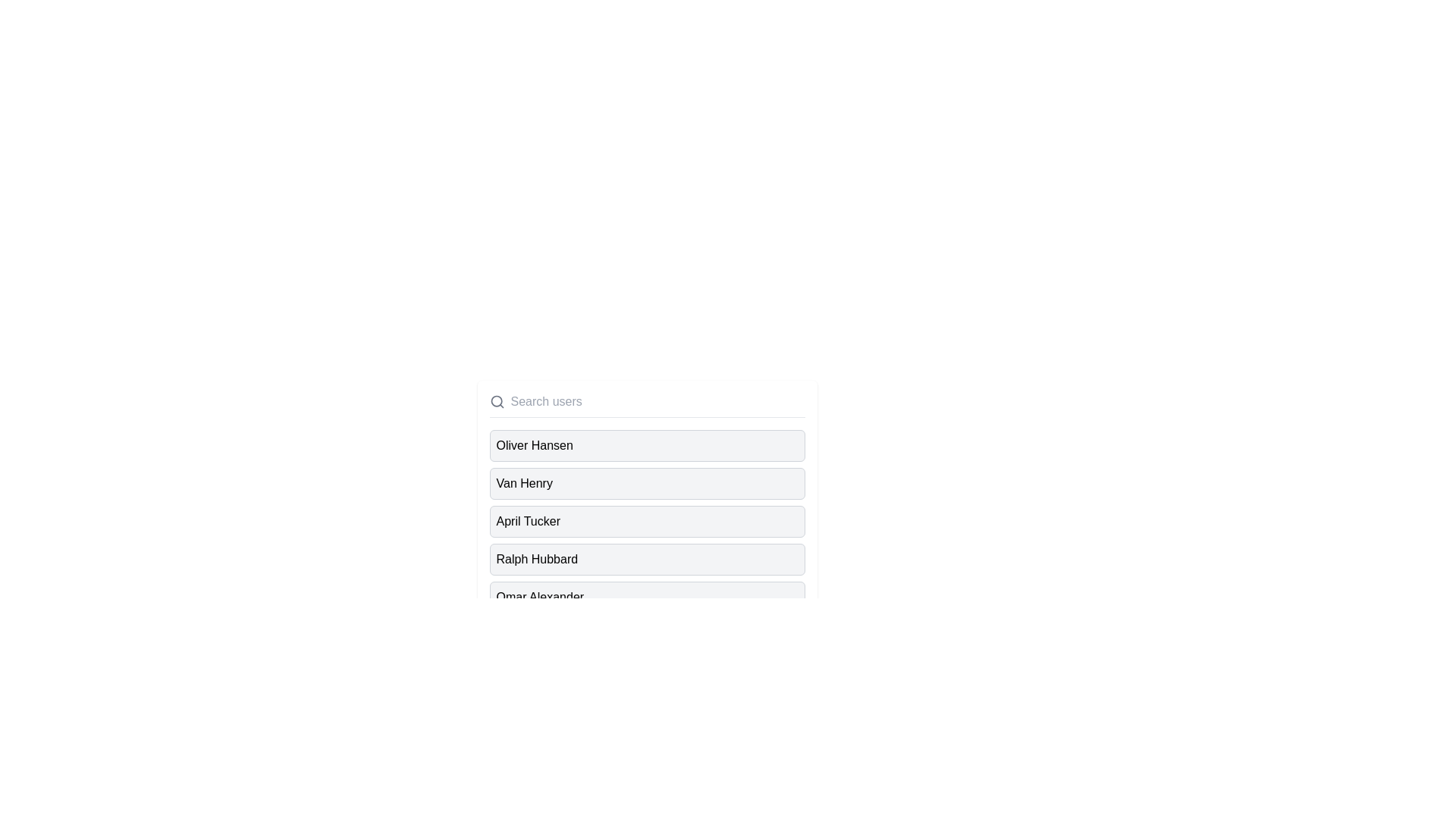 The width and height of the screenshot is (1456, 819). I want to click on the gray, rectangular button-styled component labeled 'Ralph Hubbard', so click(647, 559).